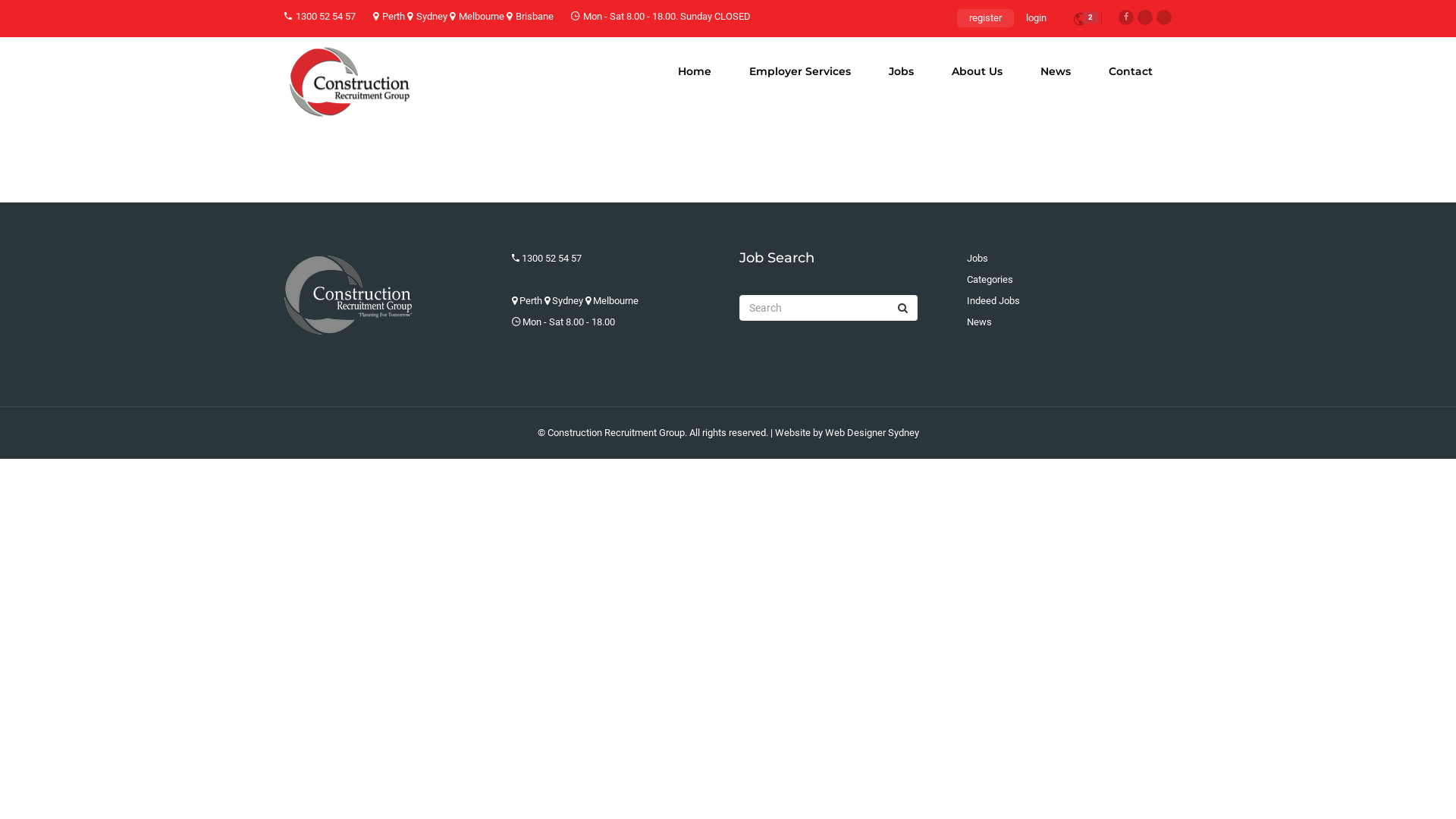 The image size is (1456, 819). What do you see at coordinates (551, 257) in the screenshot?
I see `'1300 52 54 57'` at bounding box center [551, 257].